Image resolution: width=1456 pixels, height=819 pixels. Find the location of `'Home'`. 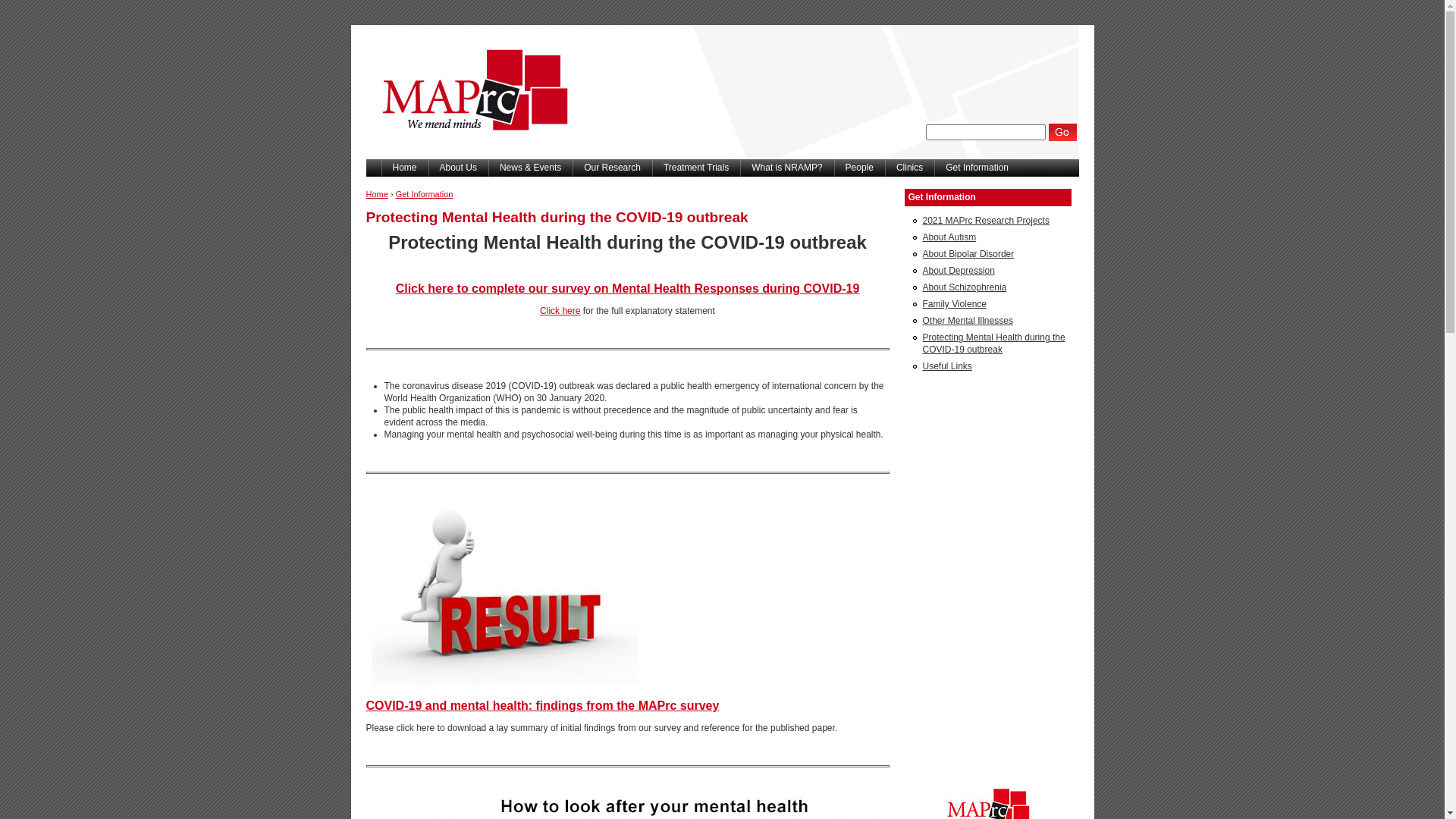

'Home' is located at coordinates (403, 168).